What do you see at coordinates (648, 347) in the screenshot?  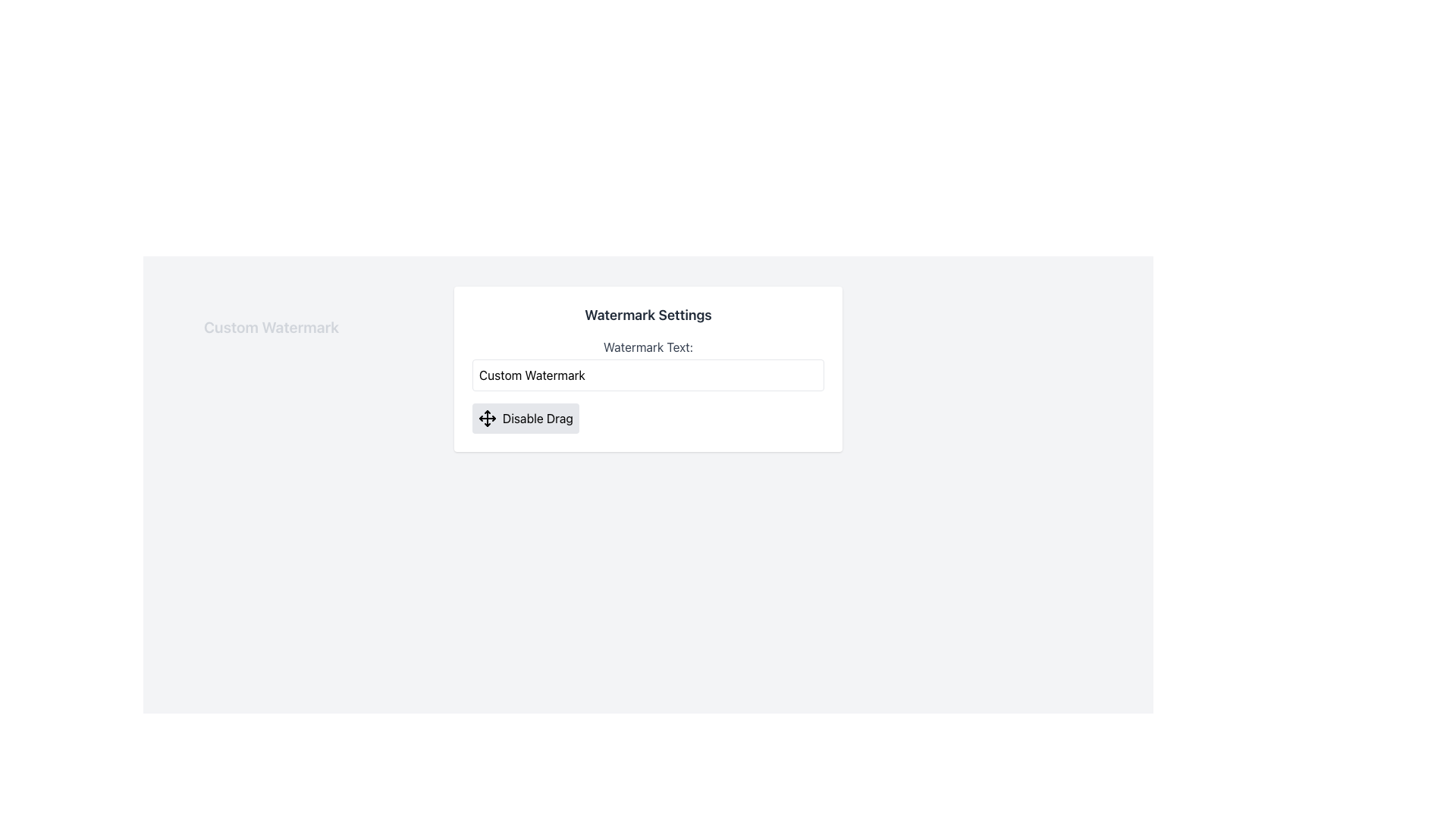 I see `the static label guiding users on the purpose of the 'Custom Watermark' text entry, located within a white box under 'Watermark Settings'` at bounding box center [648, 347].